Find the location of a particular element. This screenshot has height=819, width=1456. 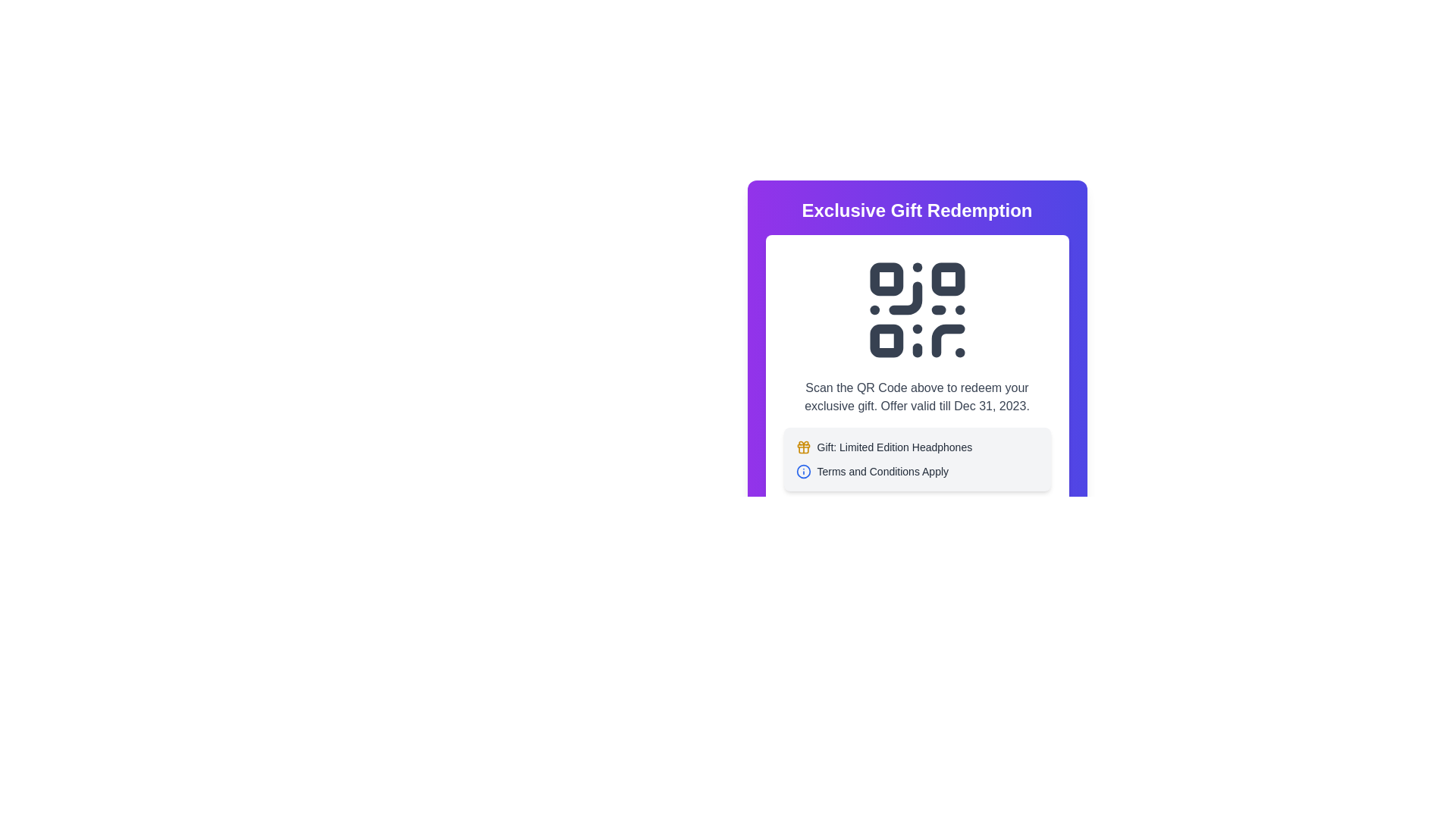

the informational block that provides details about the exclusive gift offer and terms and conditions, located below the text 'Scan the QR Code above to redeem your exclusive gift. Offer valid till Dec 31, 2023.' is located at coordinates (916, 458).